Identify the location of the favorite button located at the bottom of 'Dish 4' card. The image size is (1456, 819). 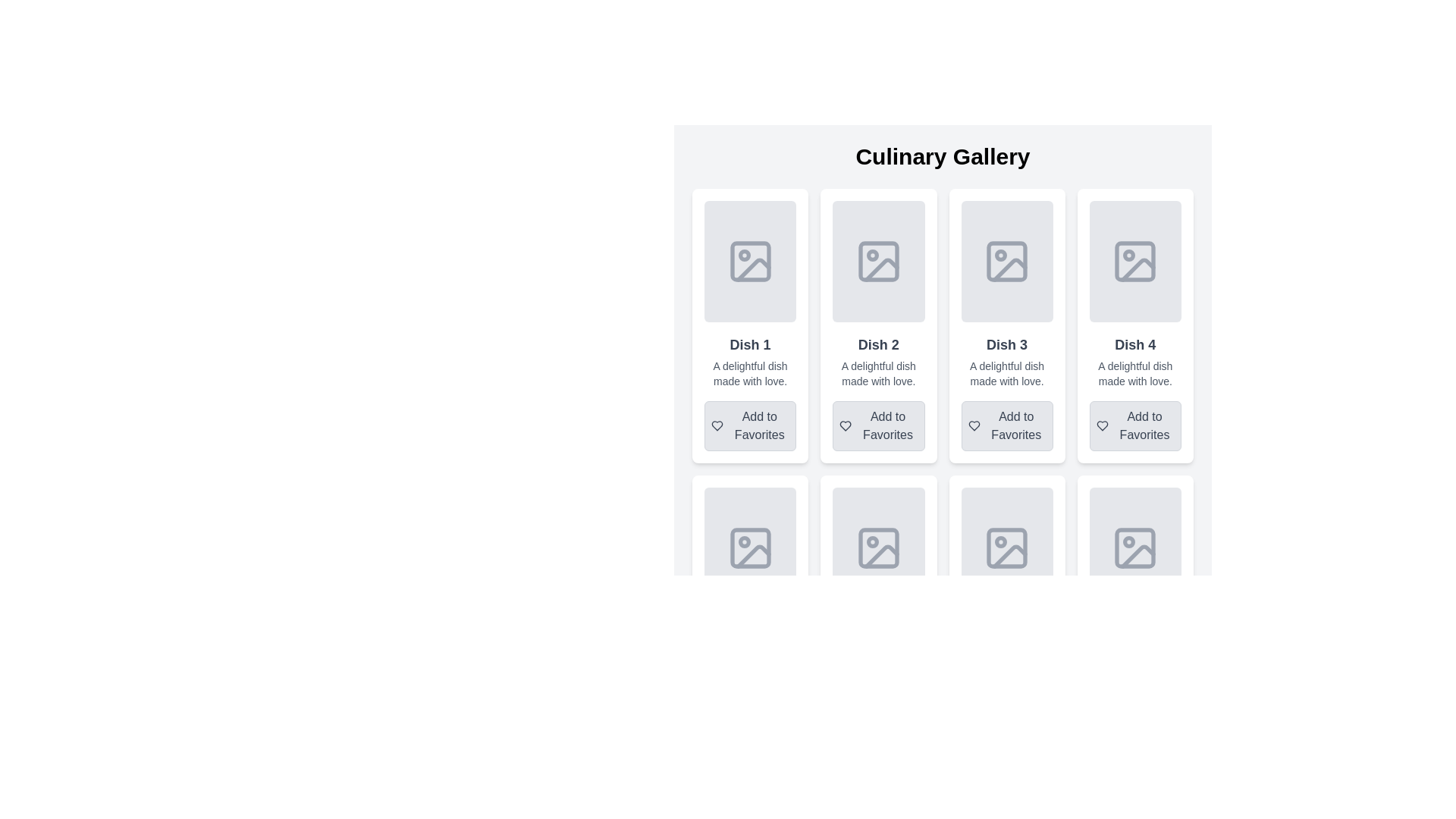
(1135, 426).